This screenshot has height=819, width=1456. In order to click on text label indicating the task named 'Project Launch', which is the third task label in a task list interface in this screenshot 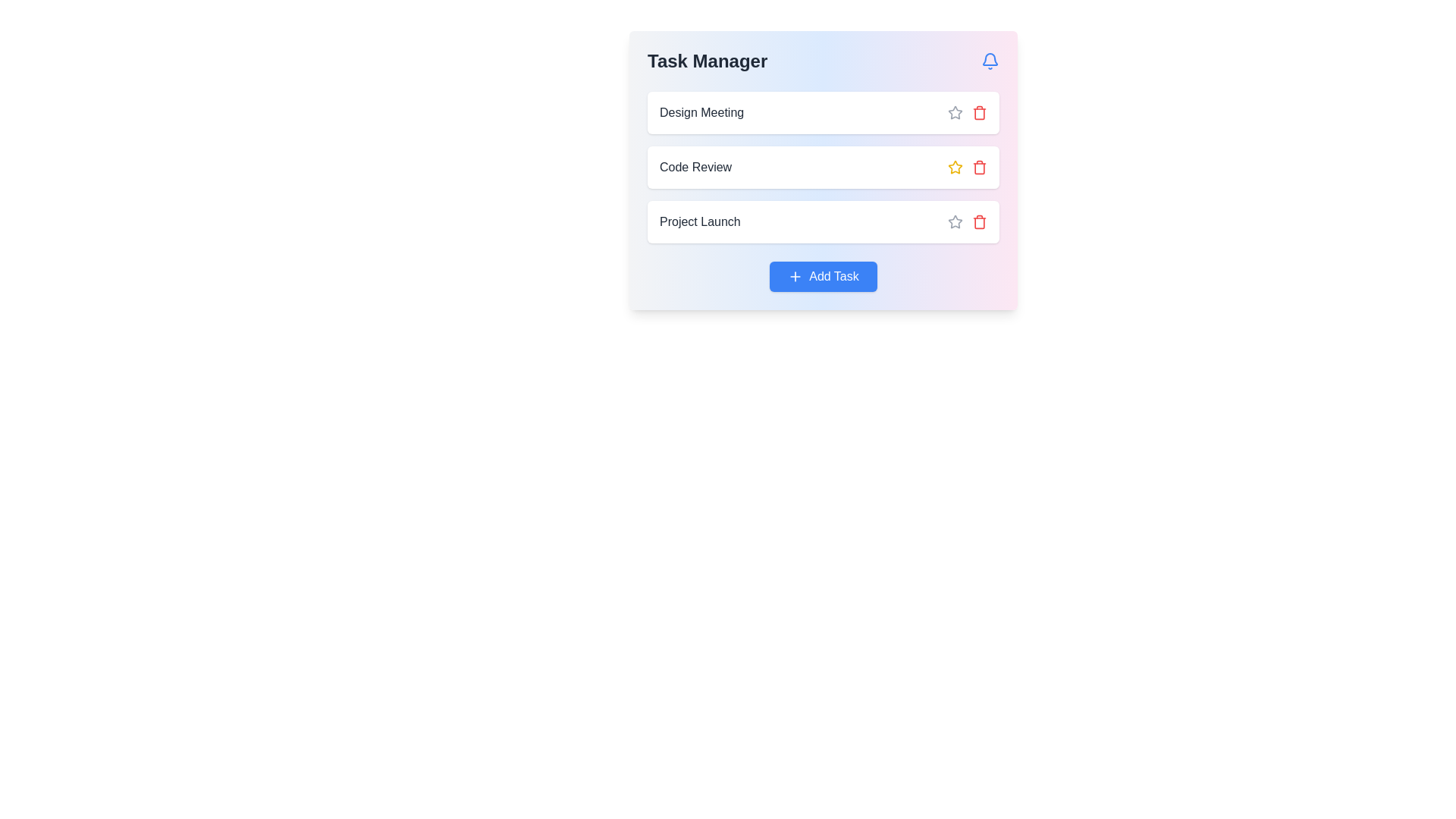, I will do `click(699, 222)`.